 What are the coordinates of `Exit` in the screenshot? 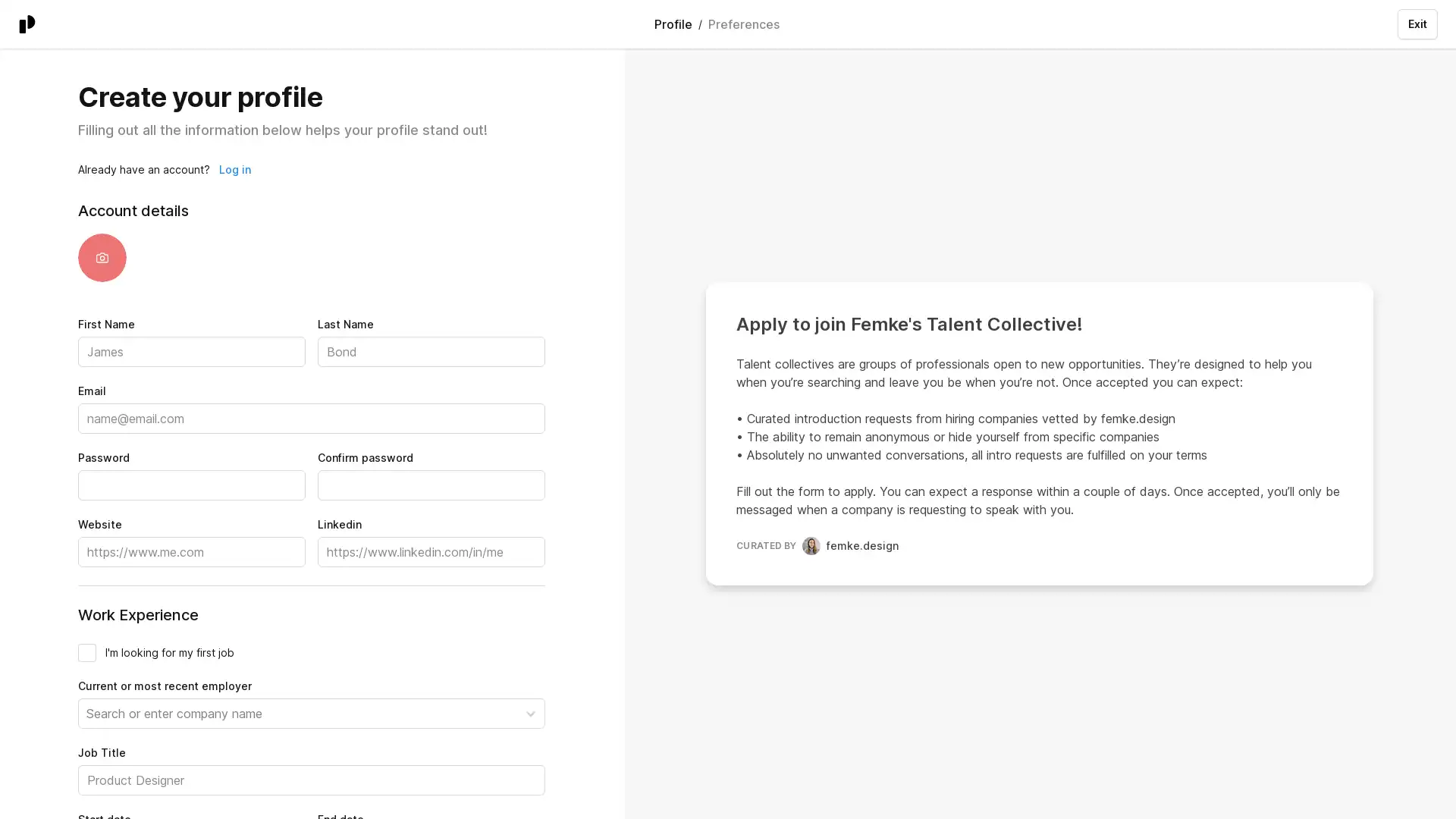 It's located at (1417, 24).